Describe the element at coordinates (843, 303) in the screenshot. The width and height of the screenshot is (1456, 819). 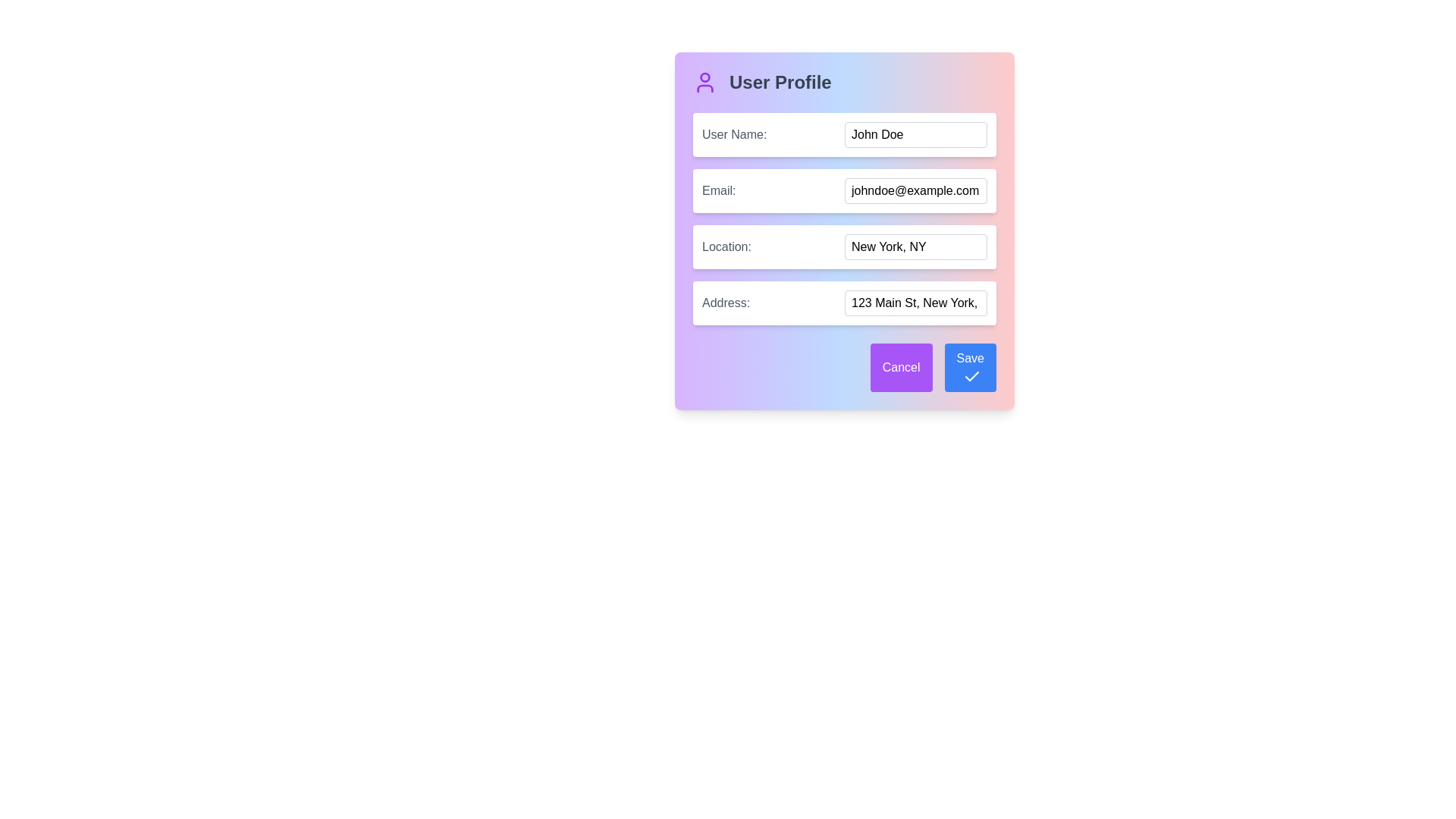
I see `the text input field in the 'User Profile' card` at that location.